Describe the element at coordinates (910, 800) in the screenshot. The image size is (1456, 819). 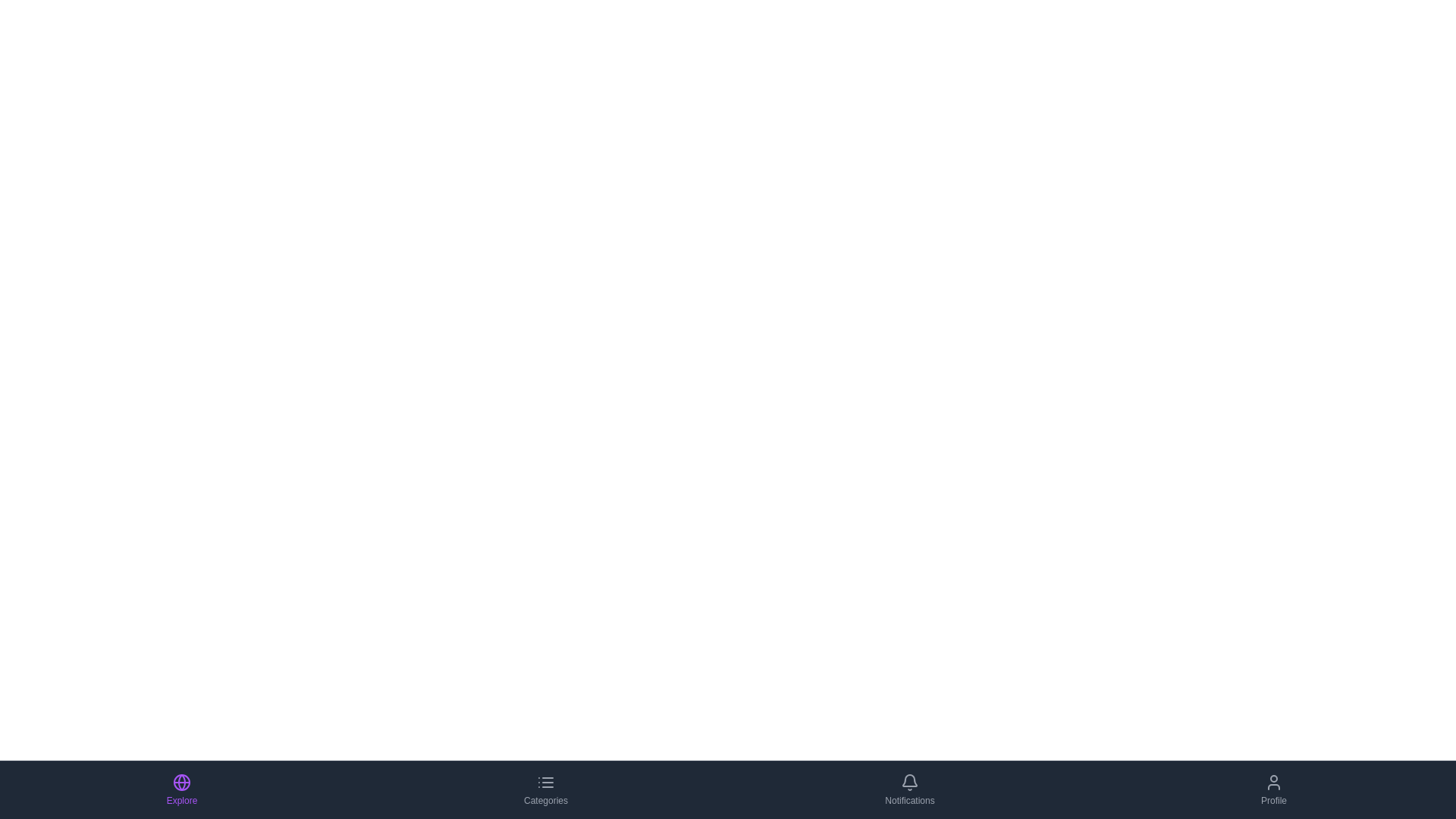
I see `the 'Notifications' text label located below the bell icon in the bottom center-right of the interface` at that location.